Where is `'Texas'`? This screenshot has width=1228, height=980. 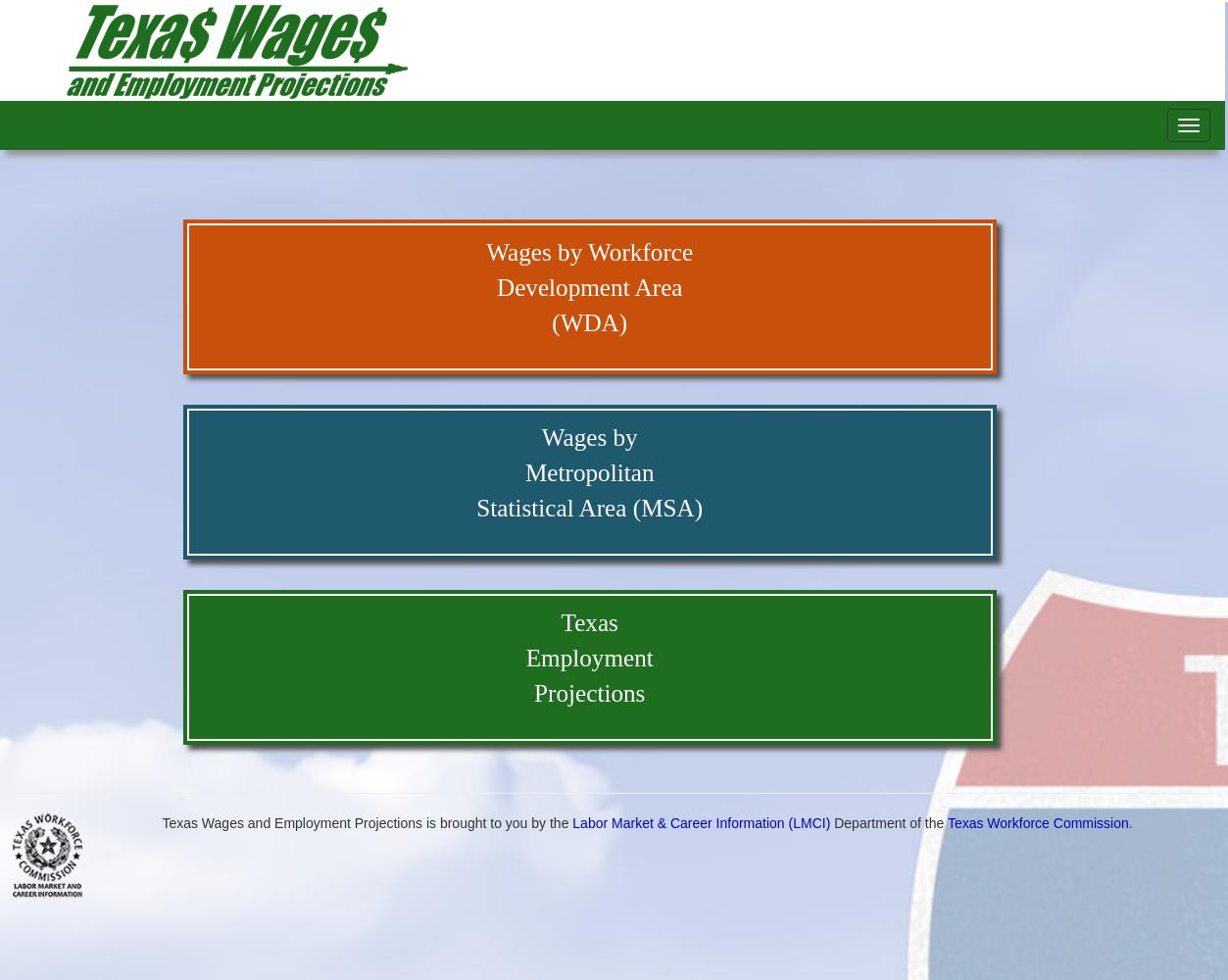
'Texas' is located at coordinates (588, 622).